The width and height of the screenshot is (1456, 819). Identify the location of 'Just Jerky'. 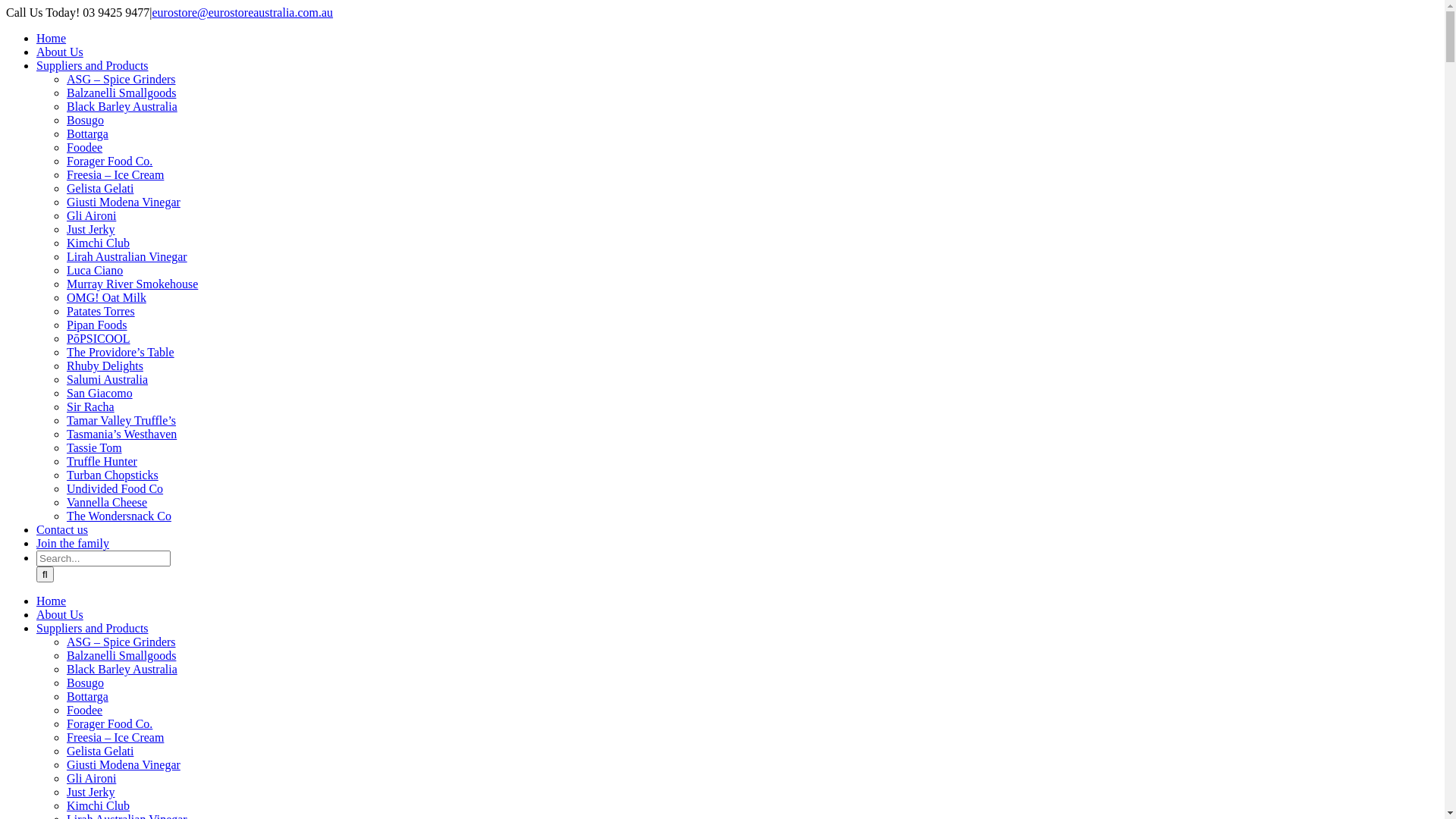
(90, 791).